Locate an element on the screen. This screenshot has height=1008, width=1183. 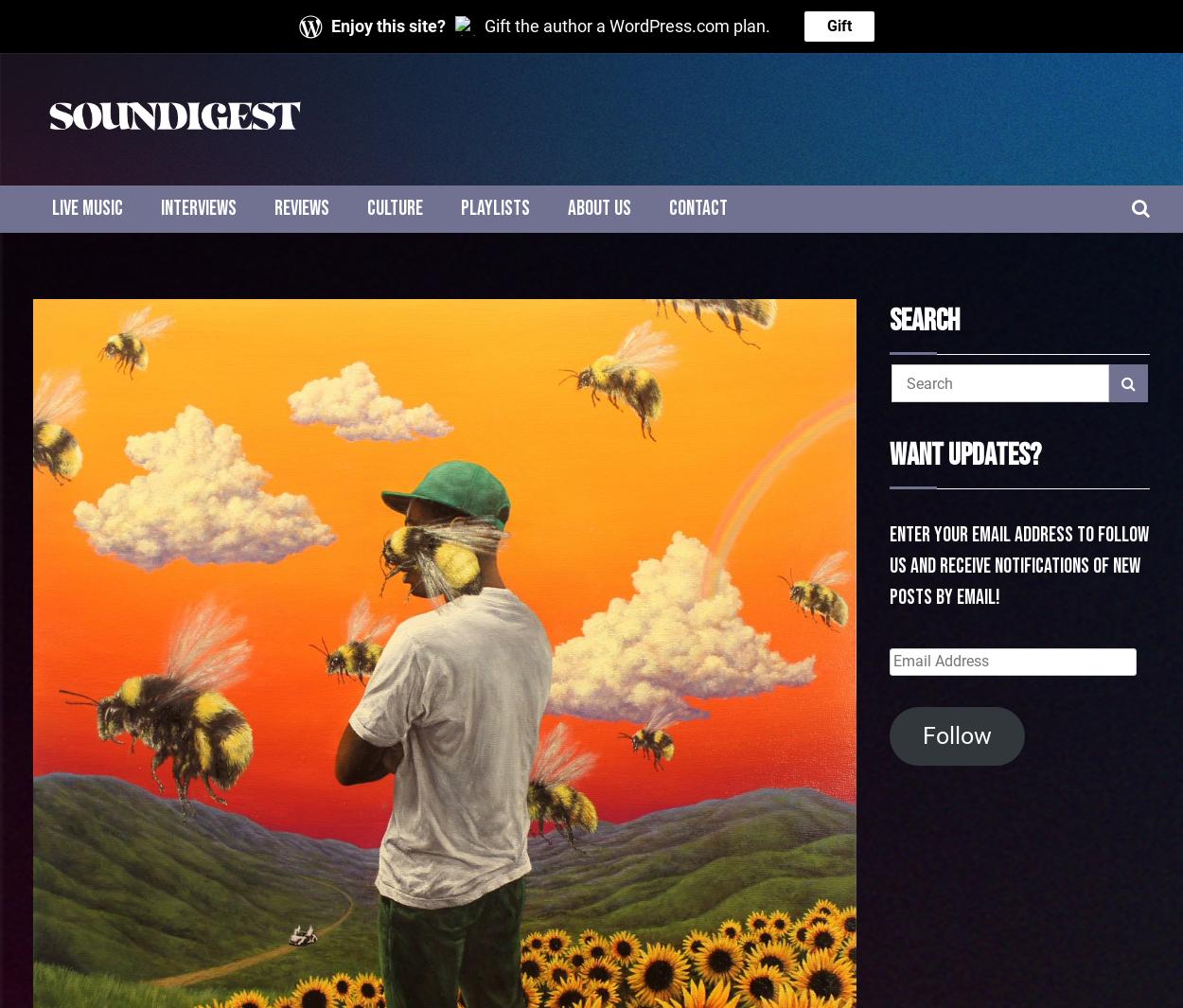
'Enter your email address to follow us and receive notifications of new posts by email!' is located at coordinates (889, 566).